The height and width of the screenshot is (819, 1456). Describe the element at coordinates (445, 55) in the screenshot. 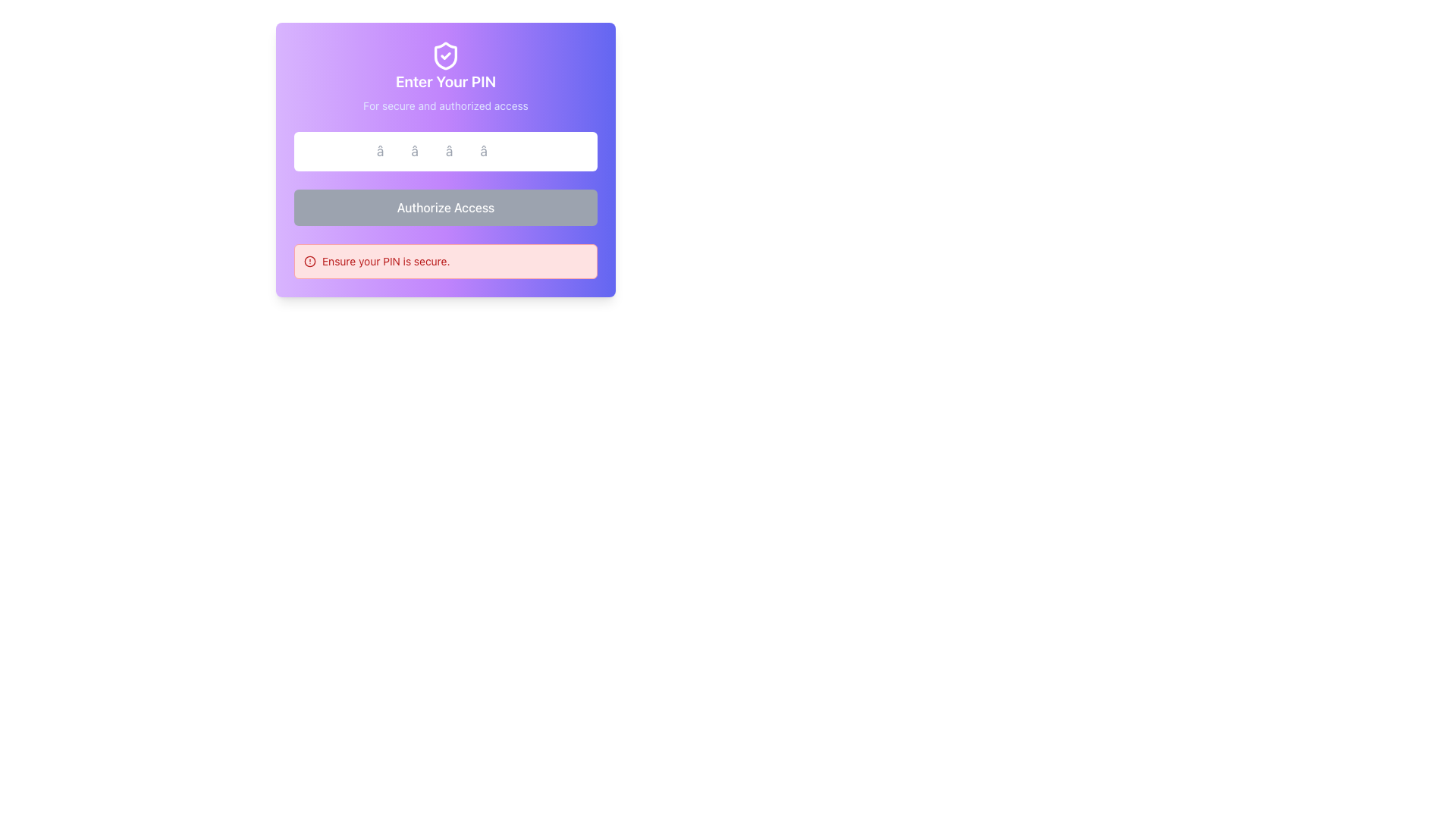

I see `the shield-shaped icon with a check symbol, which is located at the top-center of the form, above the 'Enter Your PIN' text` at that location.